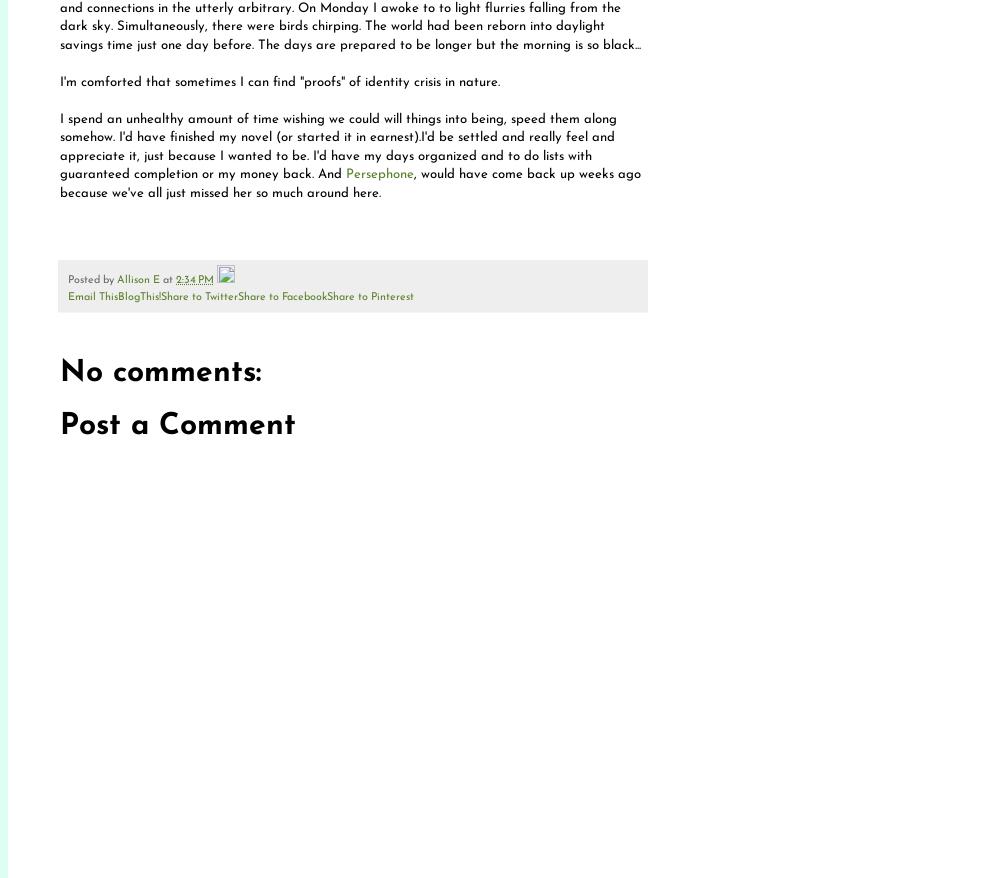 The height and width of the screenshot is (878, 988). What do you see at coordinates (92, 296) in the screenshot?
I see `'Email This'` at bounding box center [92, 296].